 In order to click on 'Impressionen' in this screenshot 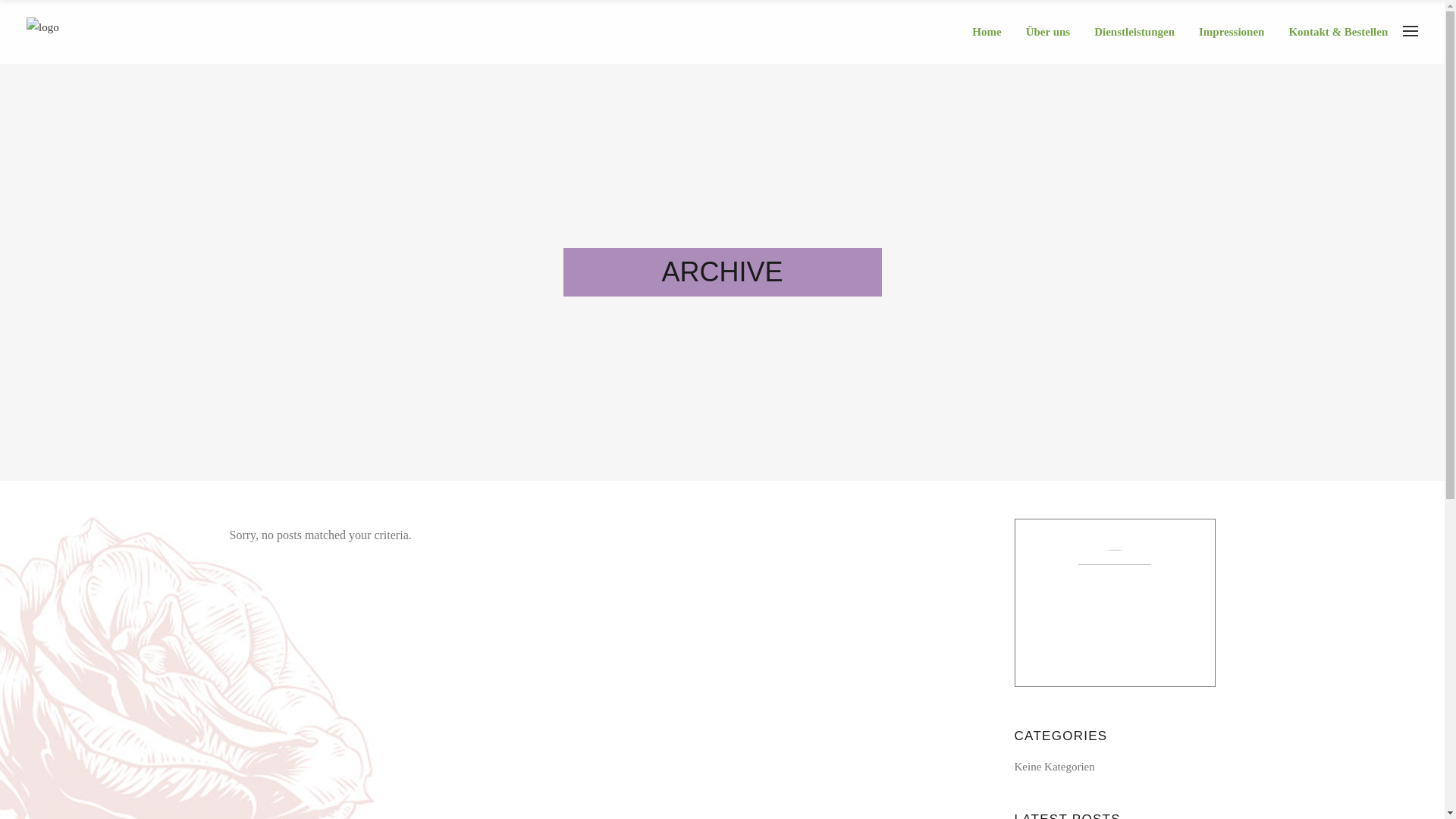, I will do `click(1238, 32)`.